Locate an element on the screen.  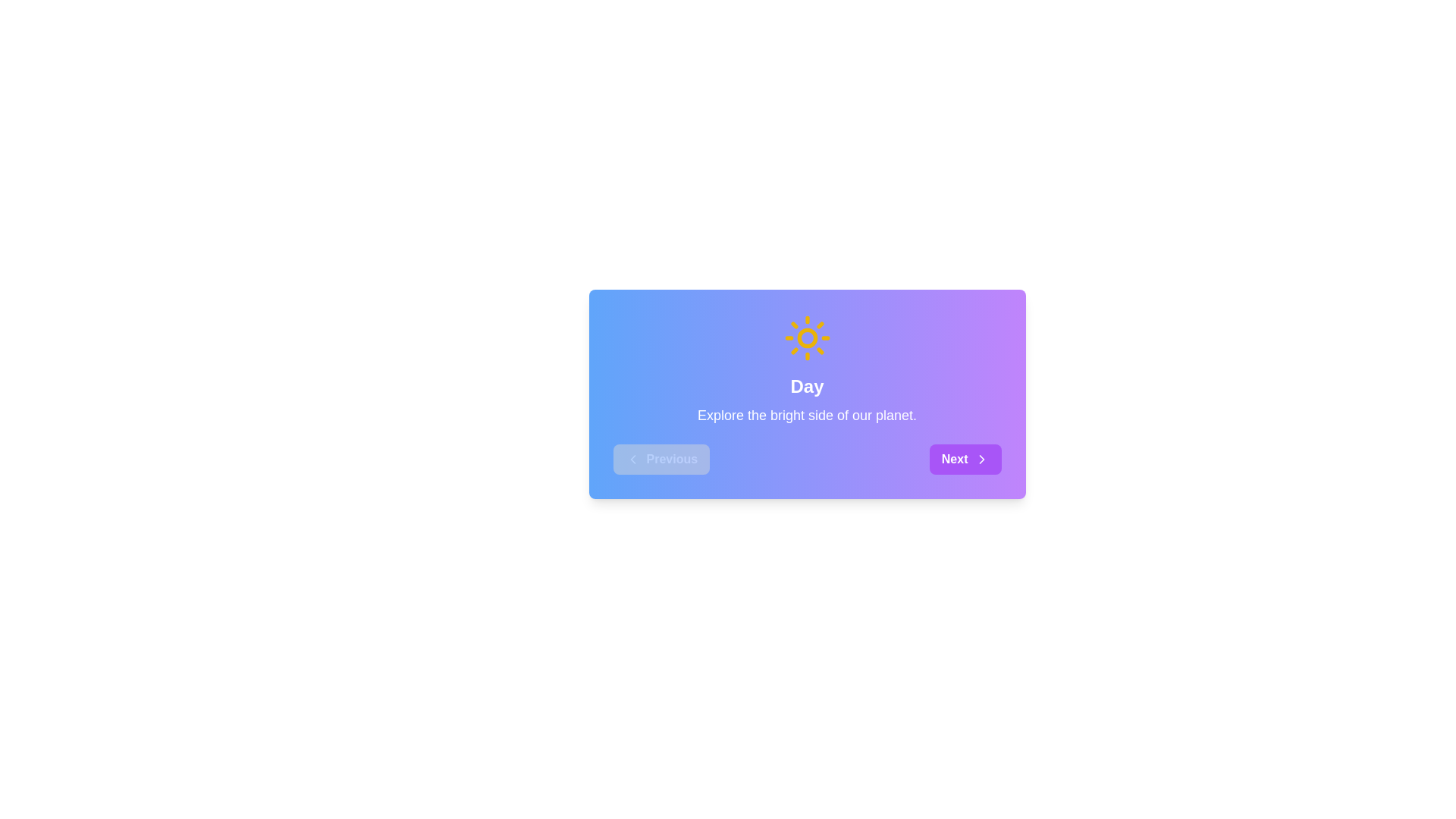
the 'Next' button icon located at the bottom-right of the card to move to the next step in the sequence is located at coordinates (981, 458).